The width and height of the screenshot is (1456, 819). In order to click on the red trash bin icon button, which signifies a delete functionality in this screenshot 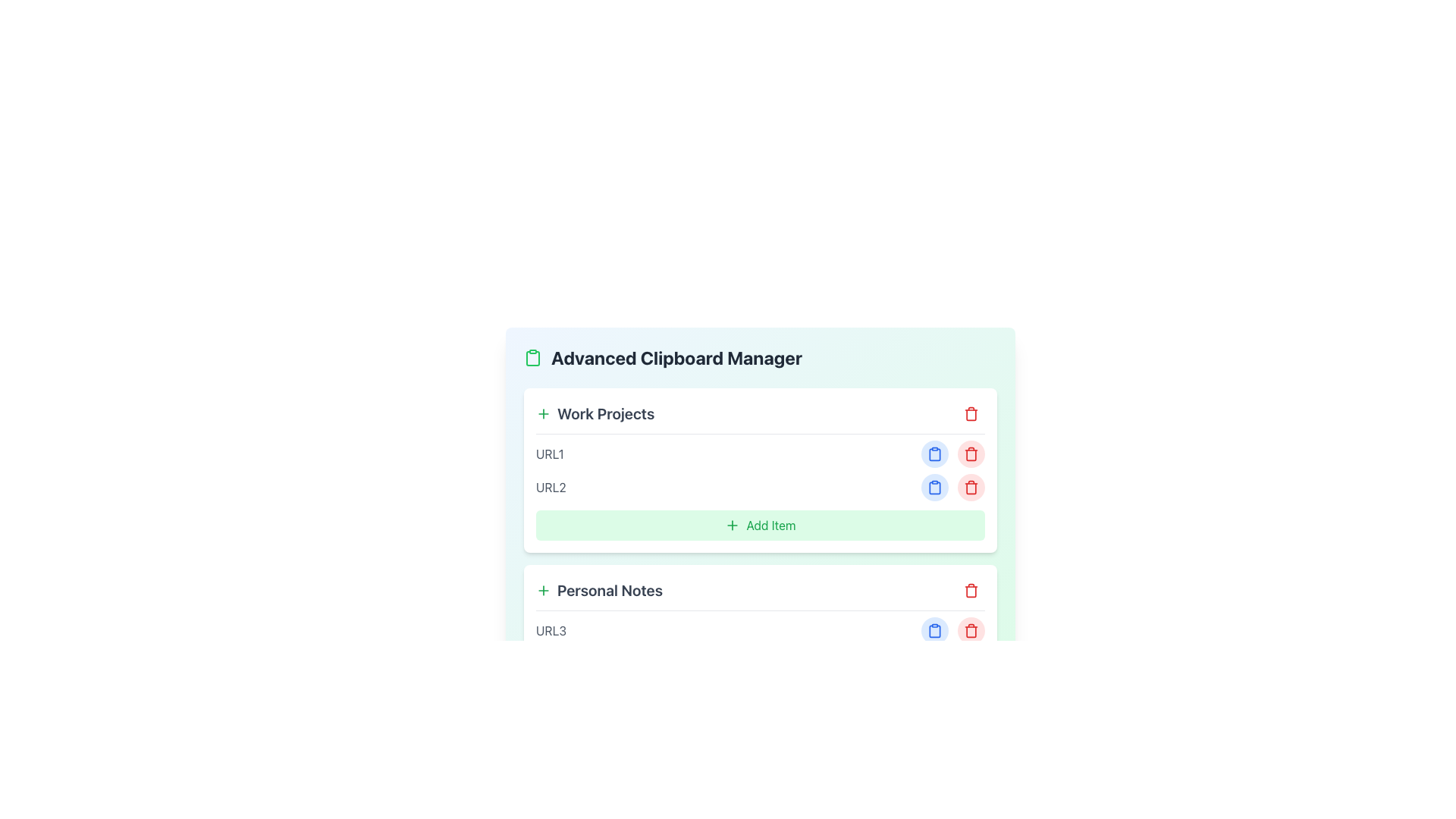, I will do `click(971, 590)`.